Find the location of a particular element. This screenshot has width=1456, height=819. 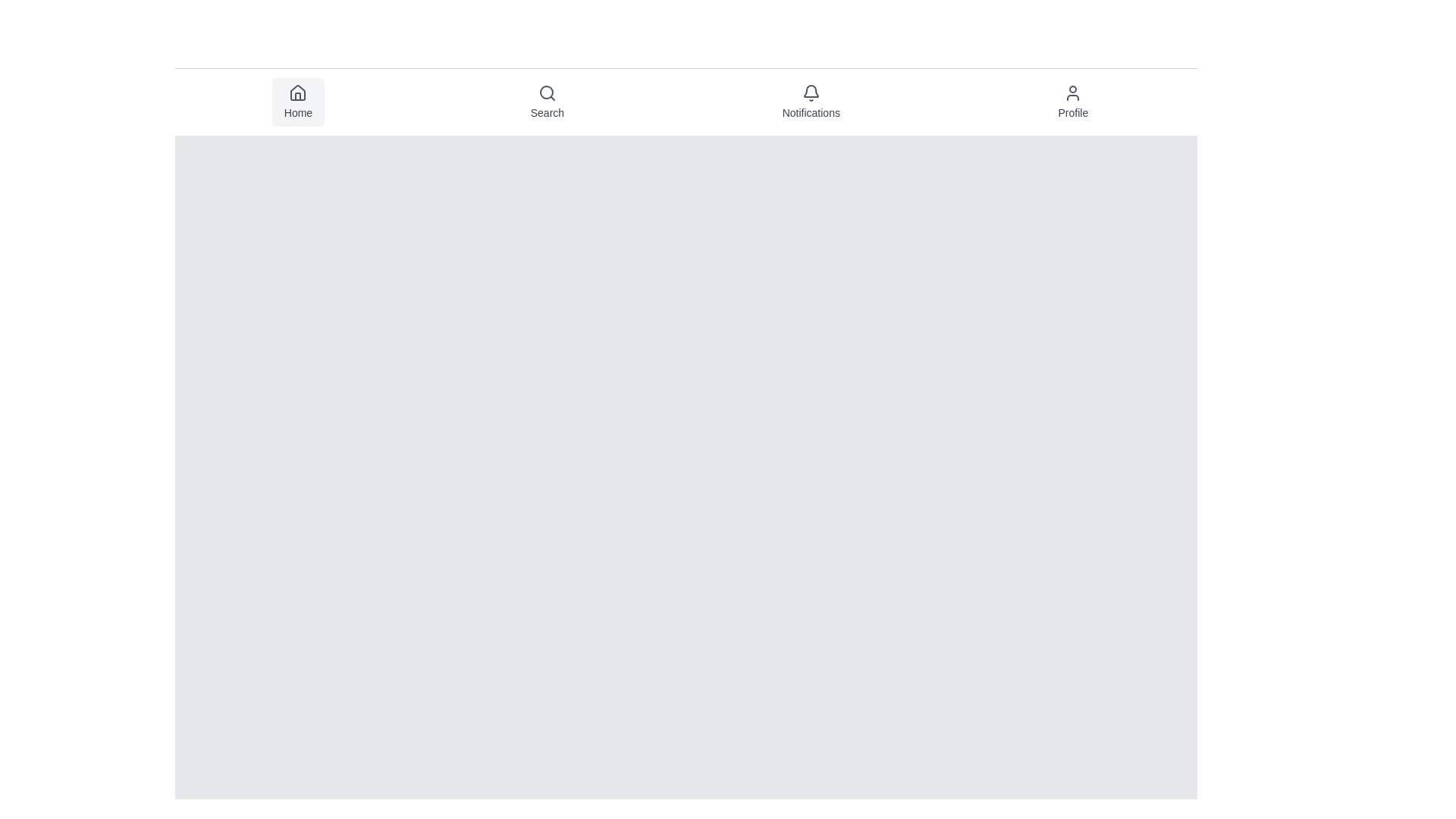

the decorative circle in the magnifying glass icon of the 'Search' button located in the navigation bar is located at coordinates (546, 93).